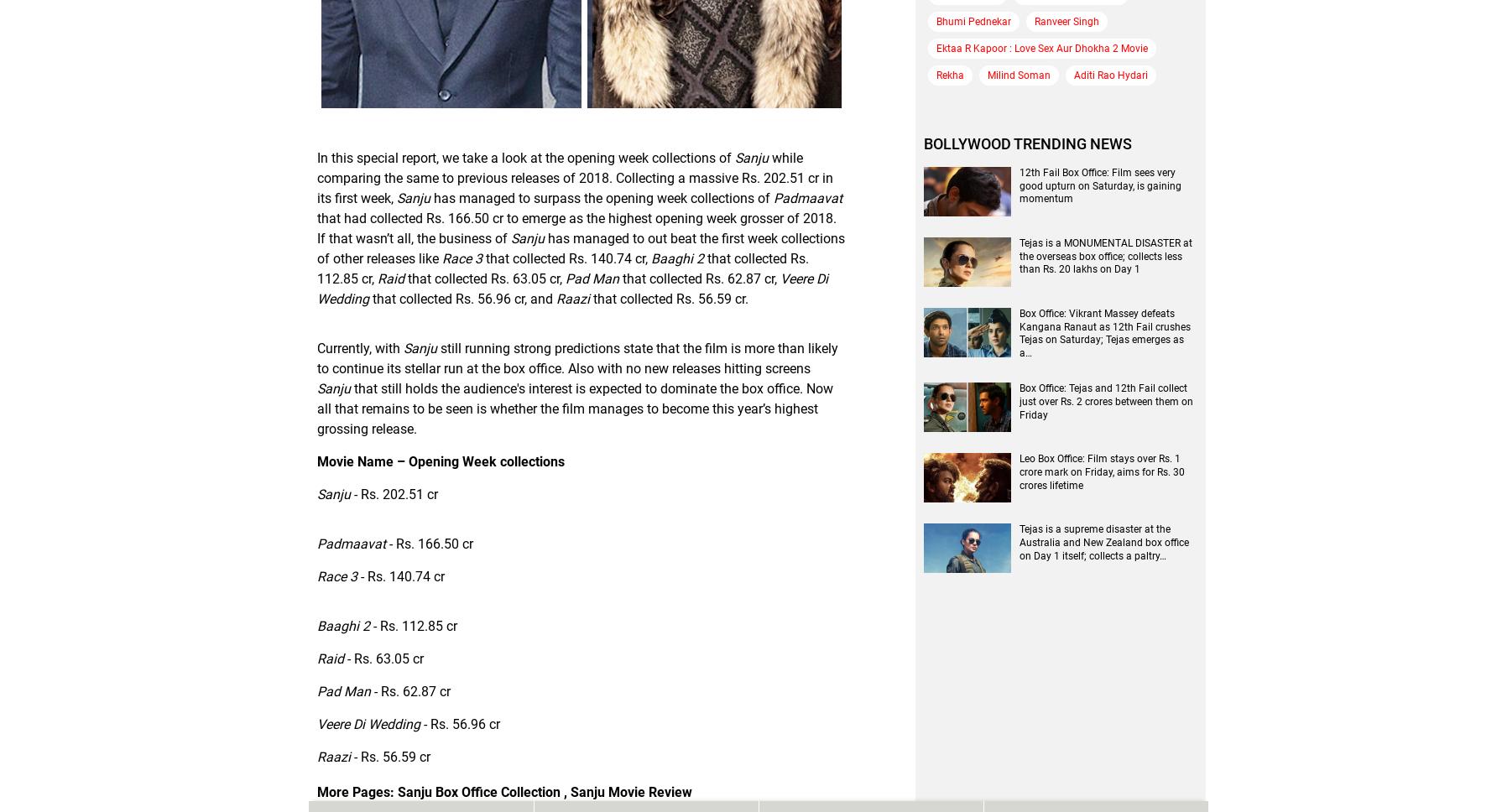  What do you see at coordinates (459, 723) in the screenshot?
I see `'- Rs. 56.96 cr'` at bounding box center [459, 723].